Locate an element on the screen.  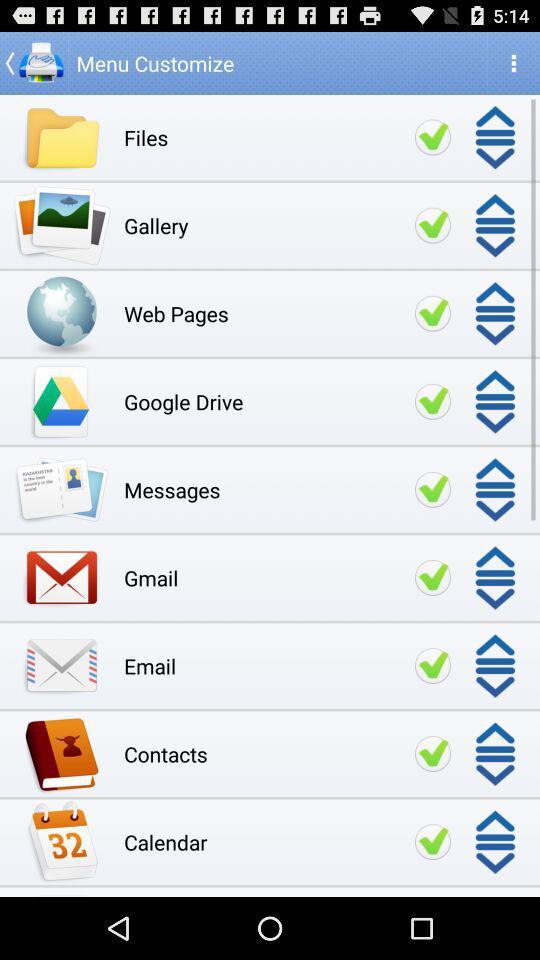
the arrow_backward icon is located at coordinates (33, 67).